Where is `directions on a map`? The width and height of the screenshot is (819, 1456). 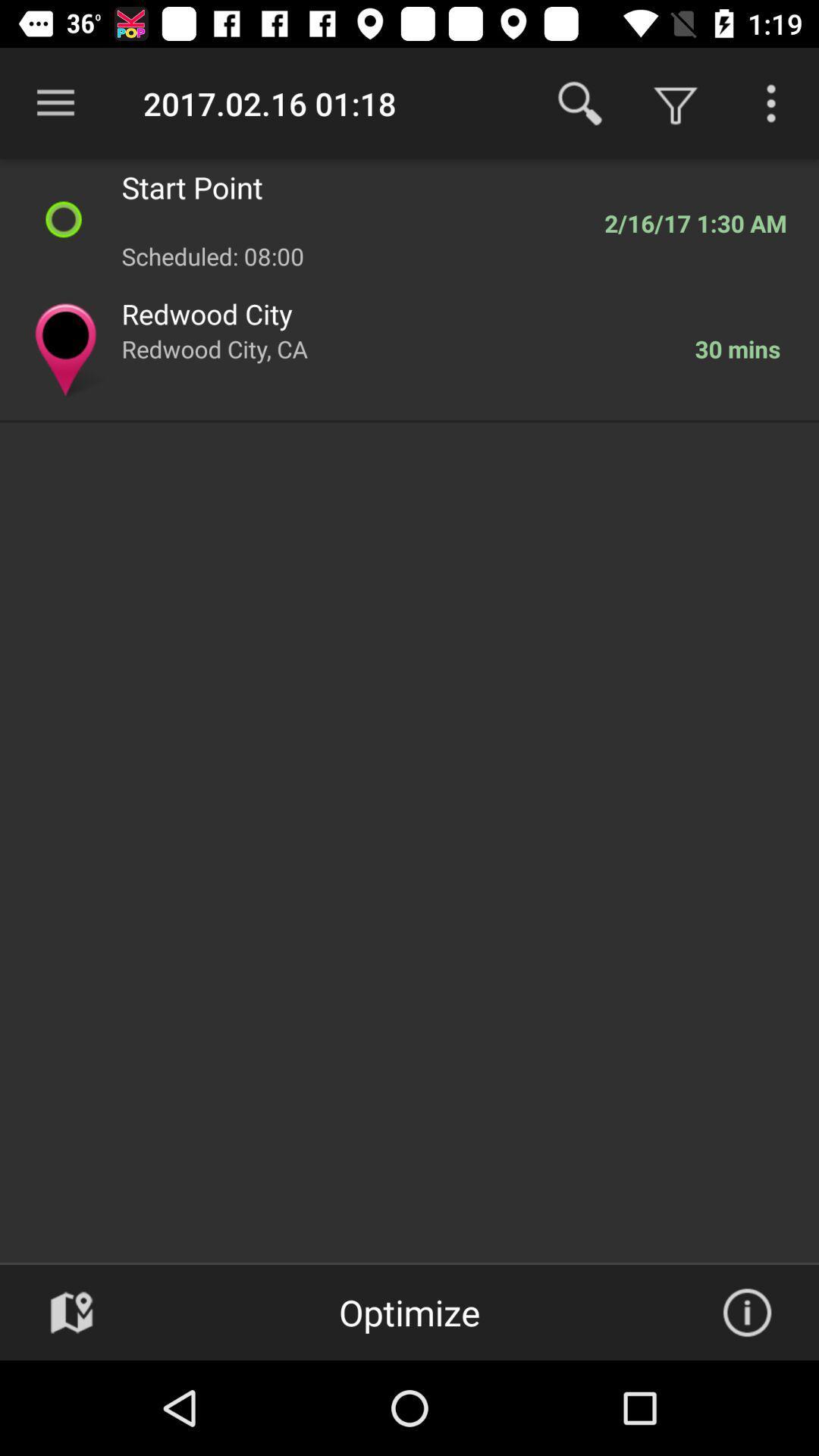 directions on a map is located at coordinates (71, 1312).